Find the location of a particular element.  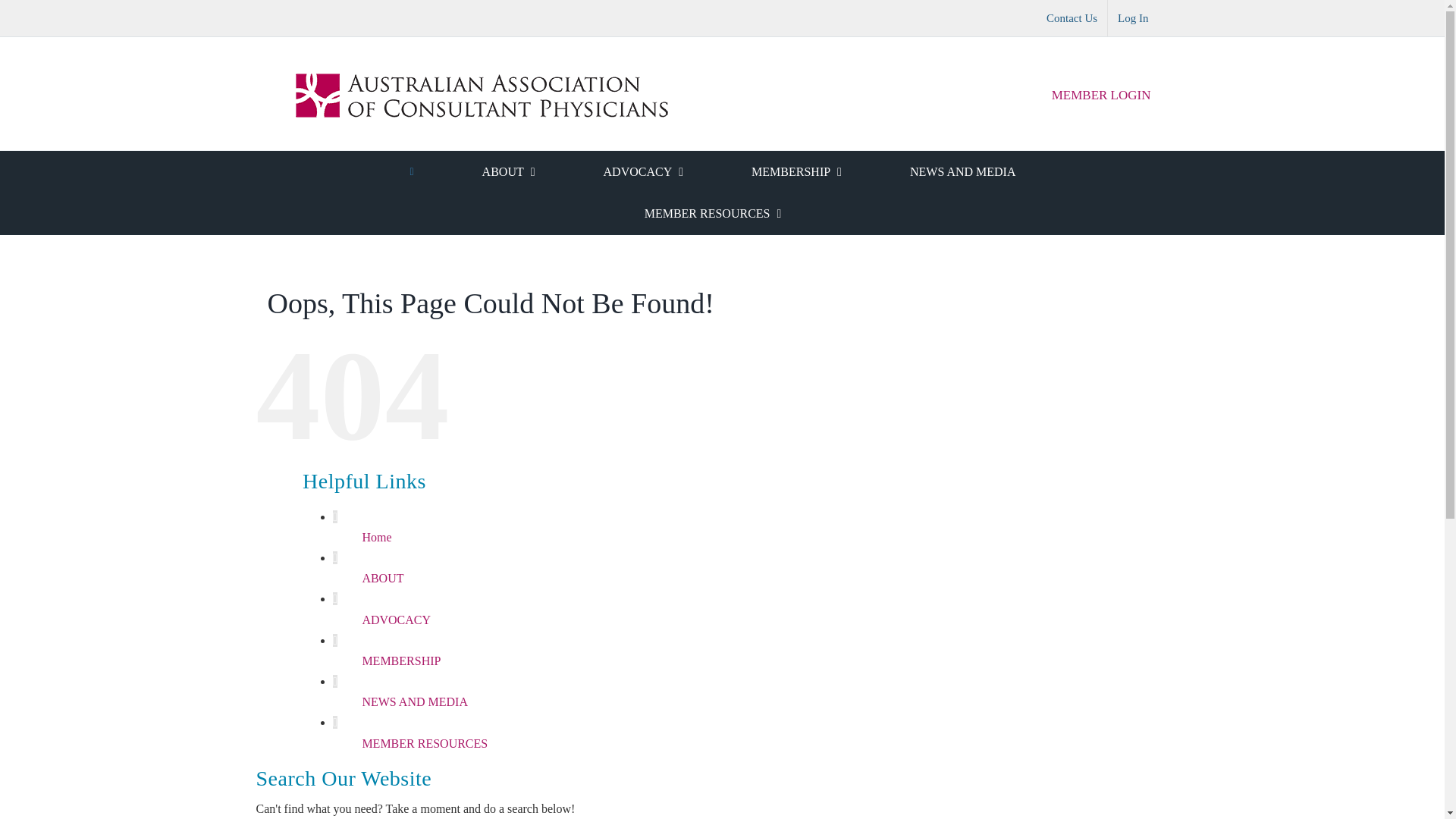

'ADVOCACY' is located at coordinates (396, 620).